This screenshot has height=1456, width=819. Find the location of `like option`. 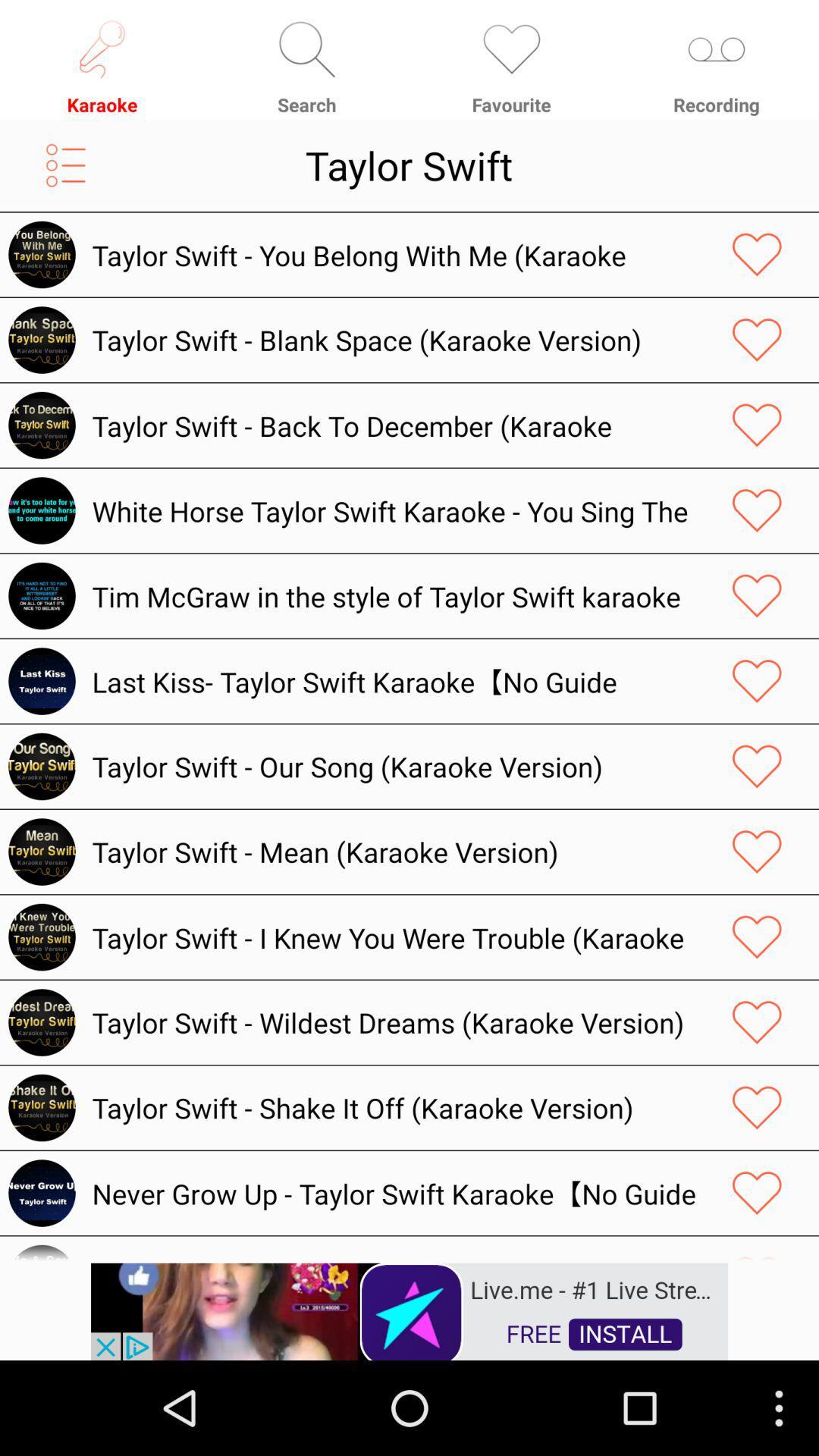

like option is located at coordinates (757, 767).